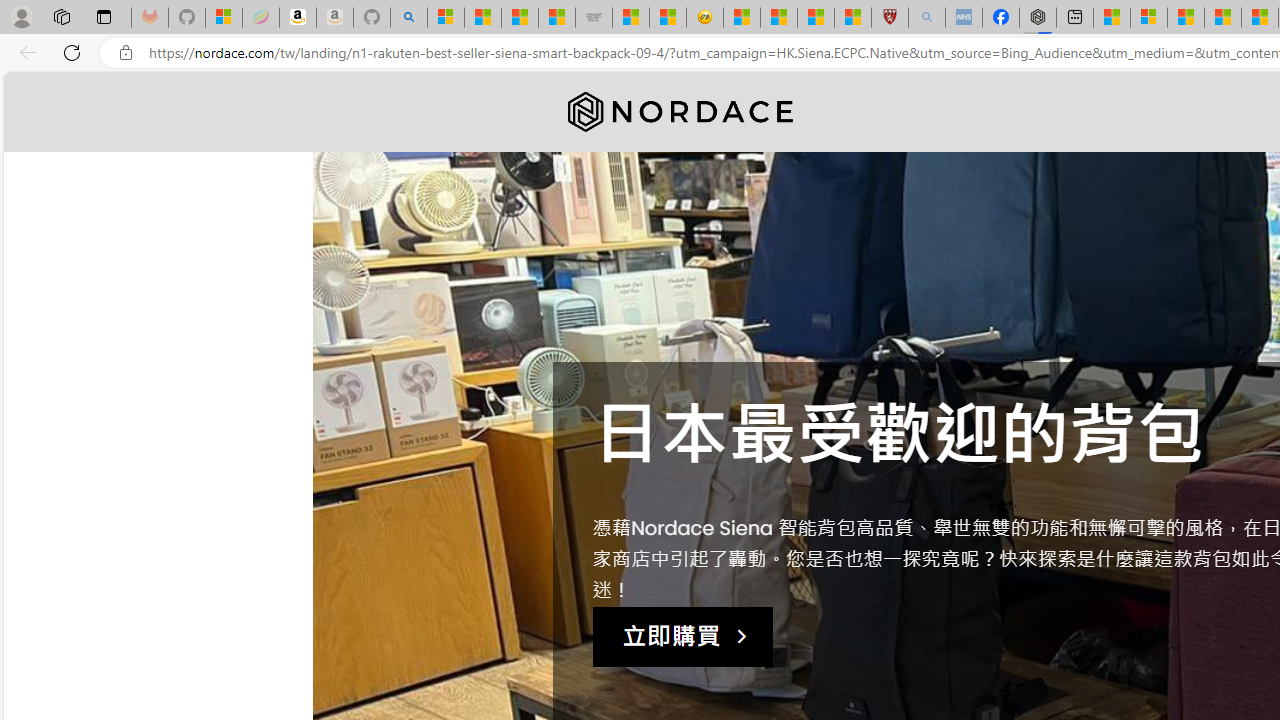  What do you see at coordinates (1074, 17) in the screenshot?
I see `'New tab'` at bounding box center [1074, 17].